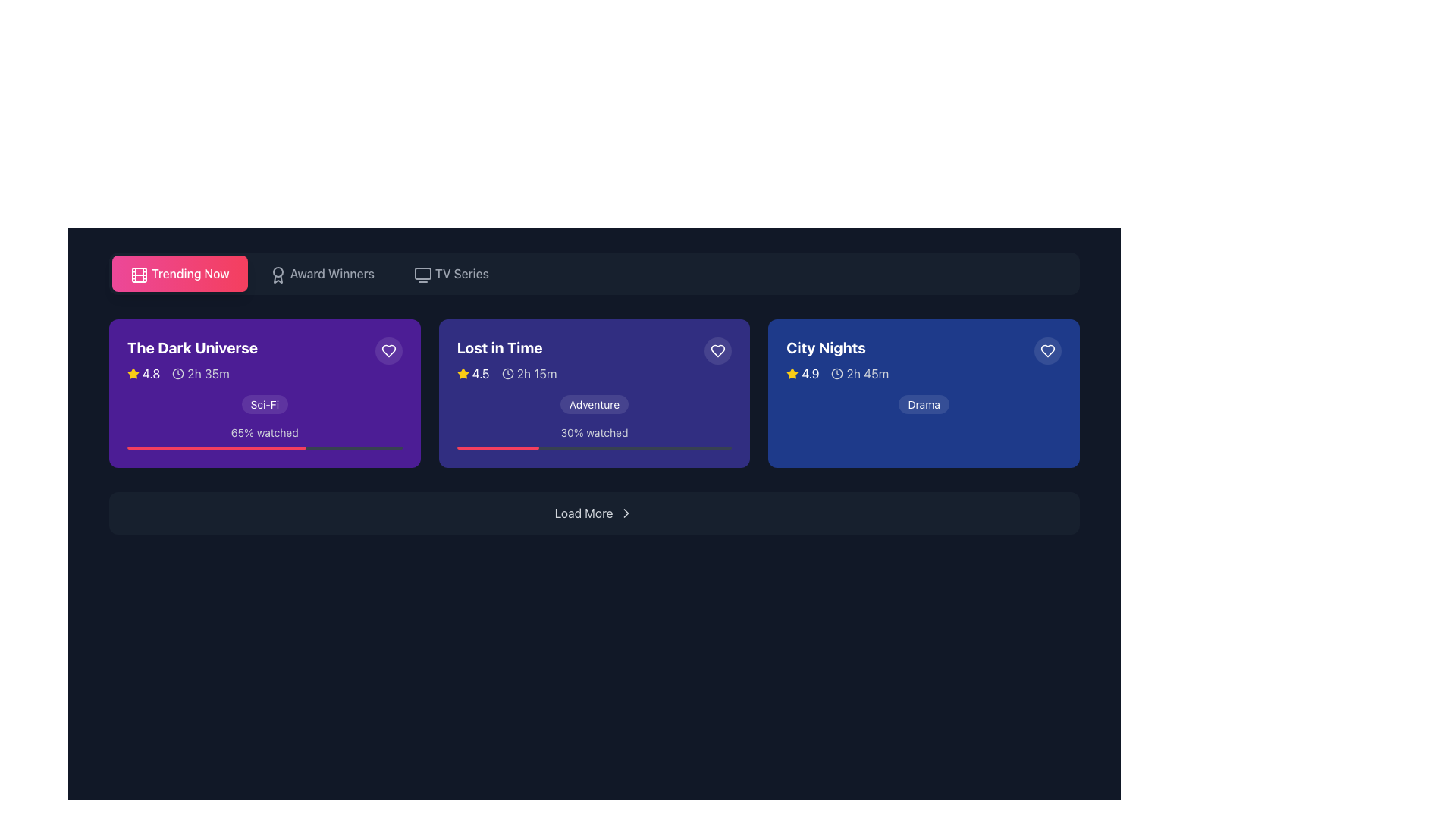 The image size is (1456, 819). I want to click on the numerical rating displayed in the text indicator located in the middle section of the 'Lost in Time' card, positioned to the right of the yellow star icon and above the runtime information, so click(480, 374).